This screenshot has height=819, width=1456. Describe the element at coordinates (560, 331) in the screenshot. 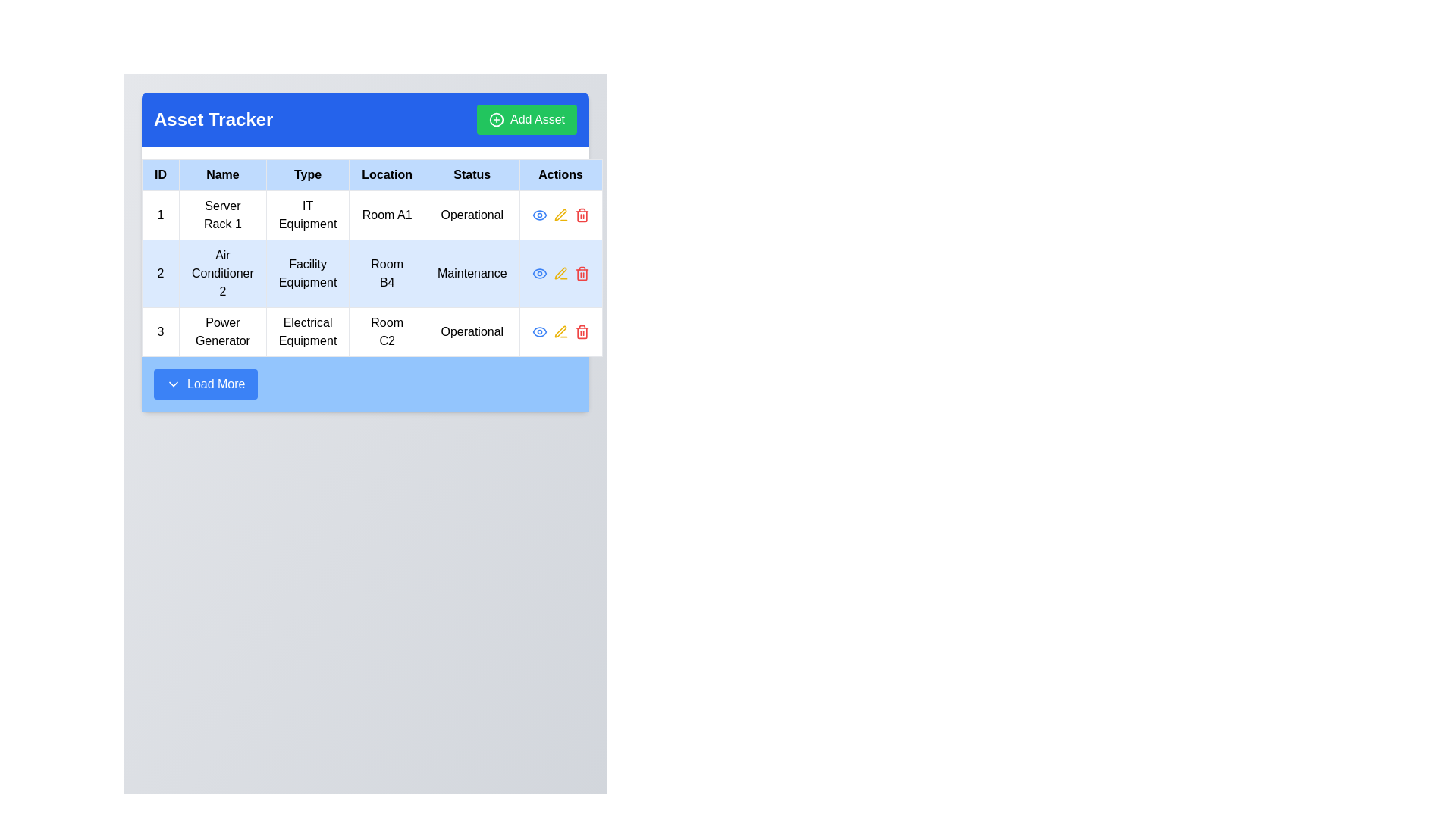

I see `the Pen Icon representing the 'Edit' function in the 'Actions' column for the 'Air Conditioner 2' entry` at that location.